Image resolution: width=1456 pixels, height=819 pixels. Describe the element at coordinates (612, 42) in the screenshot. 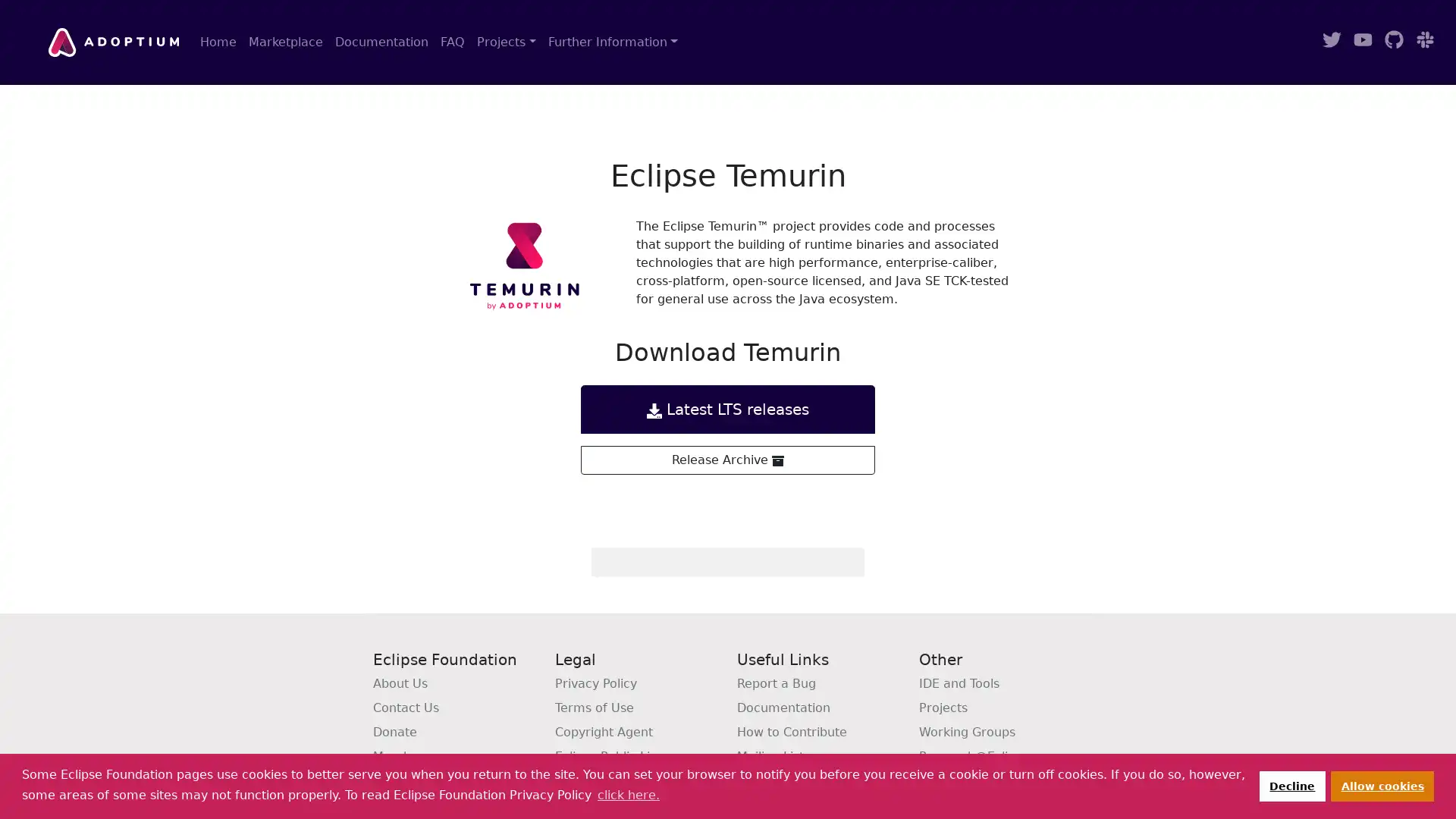

I see `Further Information` at that location.